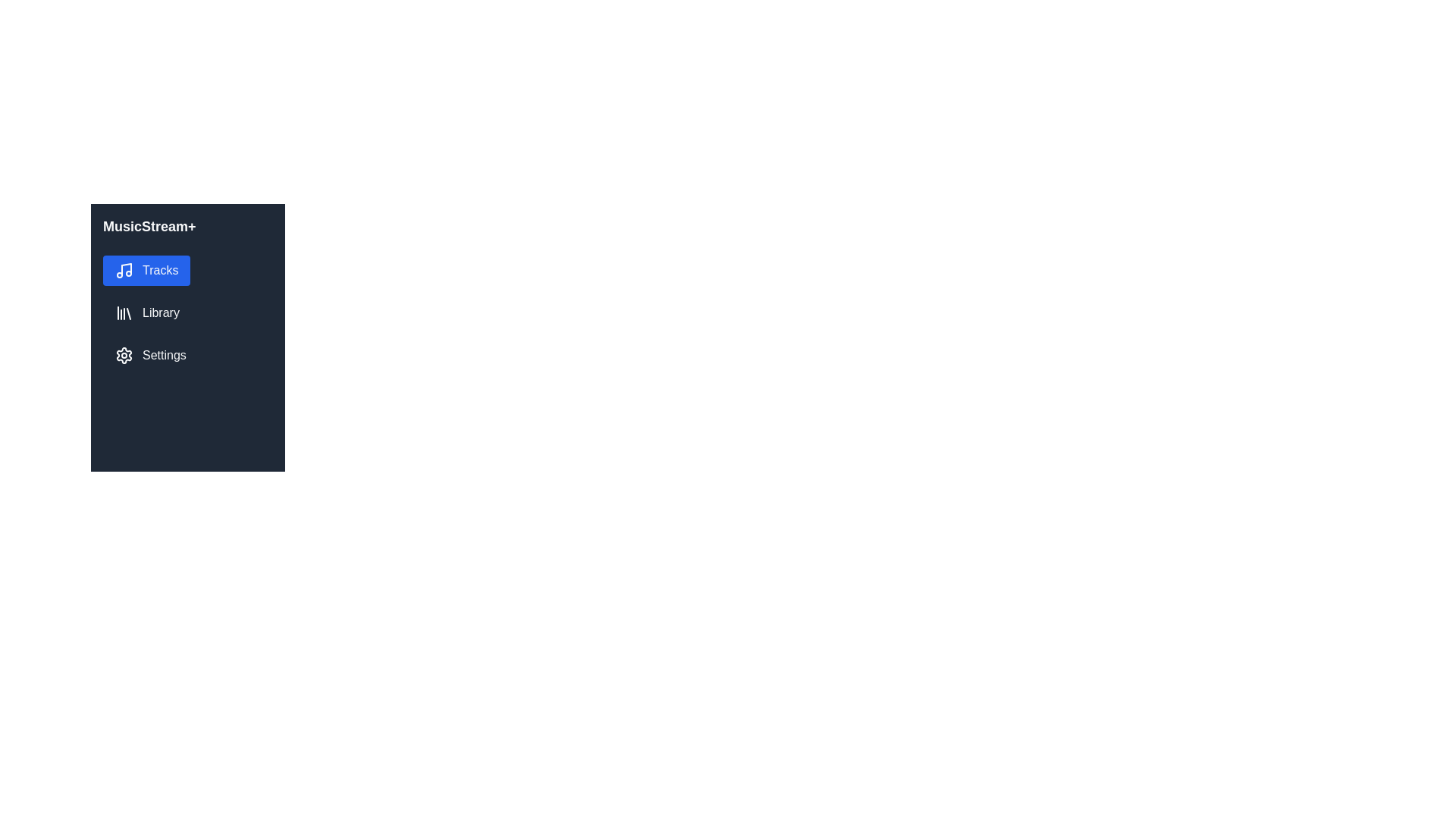 Image resolution: width=1456 pixels, height=819 pixels. I want to click on the third button in the sidebar menu, so click(150, 356).